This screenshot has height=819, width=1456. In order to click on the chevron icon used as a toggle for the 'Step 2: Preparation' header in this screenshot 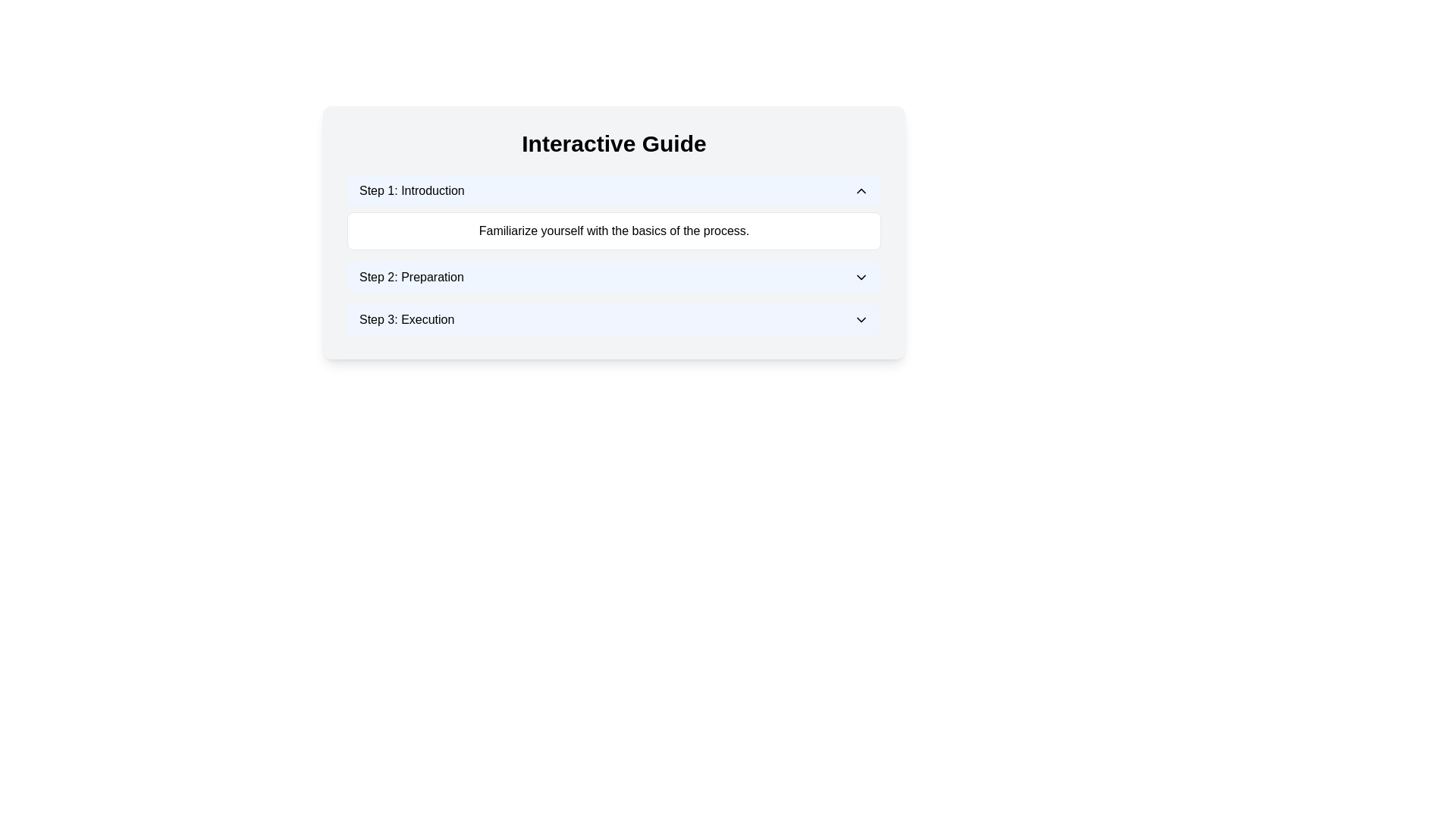, I will do `click(861, 278)`.